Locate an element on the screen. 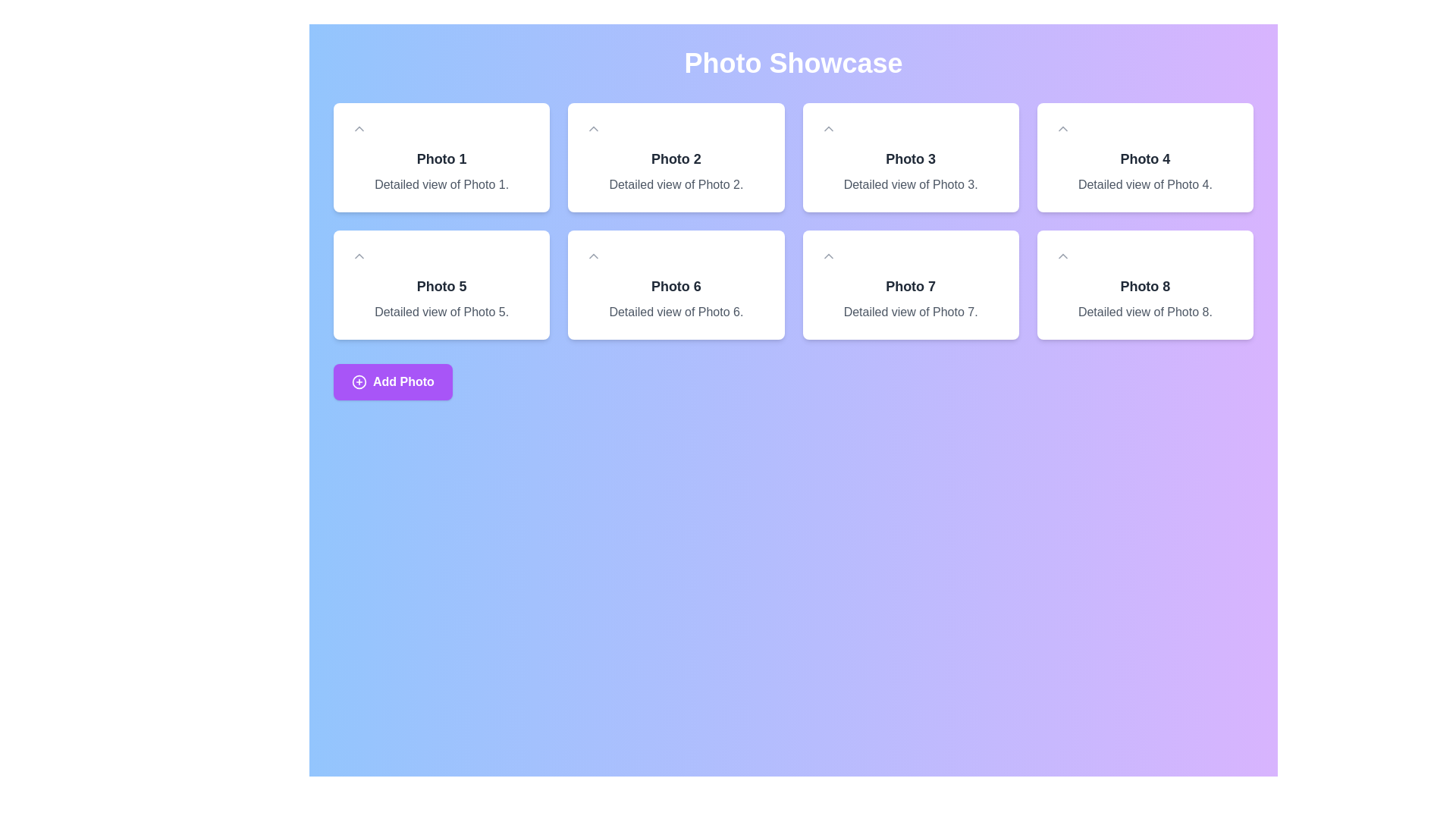  text content of the element styled in gray that states 'Detailed view of Photo 2', which is located below the title 'Photo 2' in the second card of a grid layout is located at coordinates (675, 184).